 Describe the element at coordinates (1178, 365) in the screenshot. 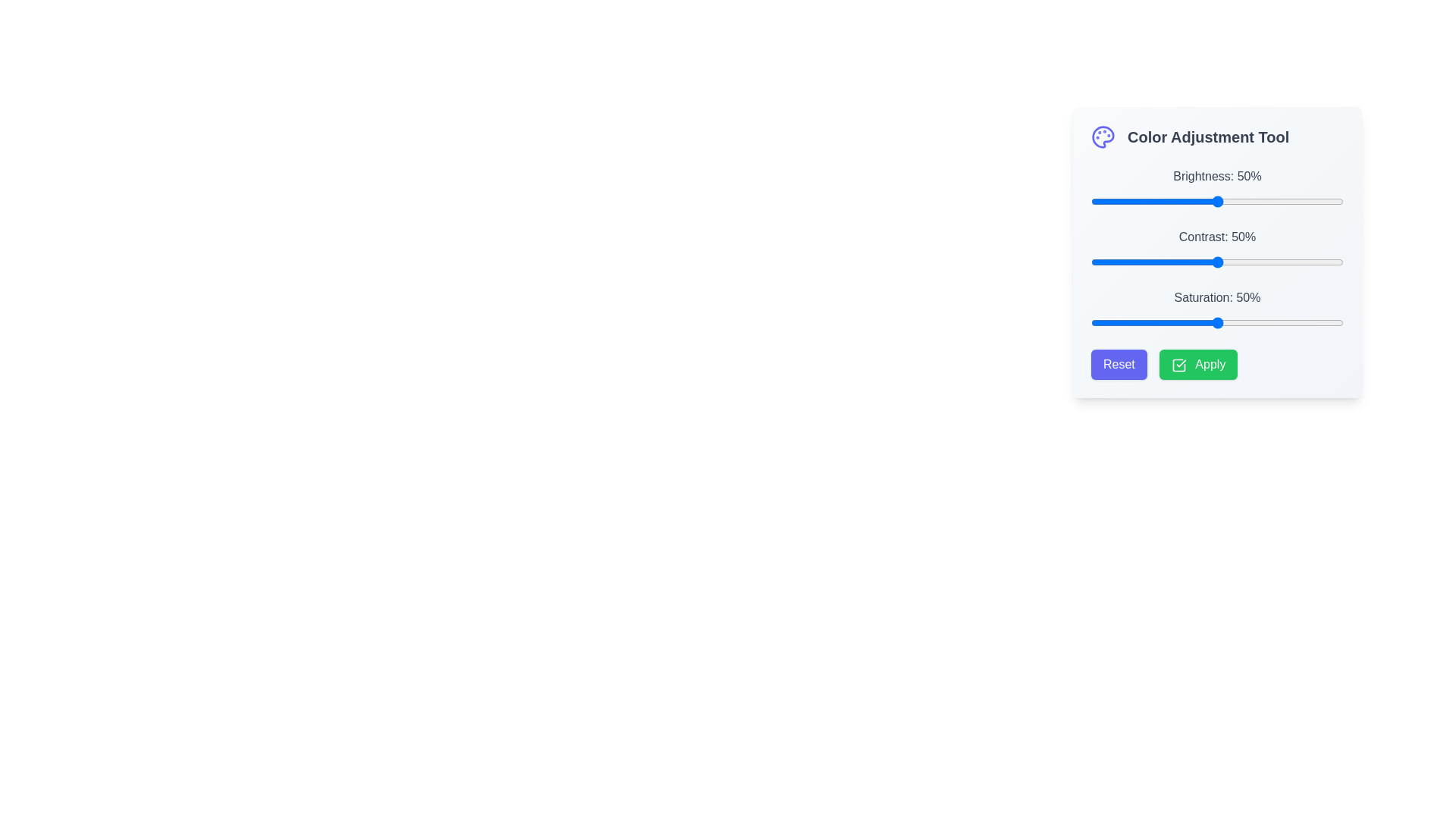

I see `the green 'Apply' button located towards the bottom-right corner of the interface, which is aligned horizontally next to the purple 'Reset' button` at that location.